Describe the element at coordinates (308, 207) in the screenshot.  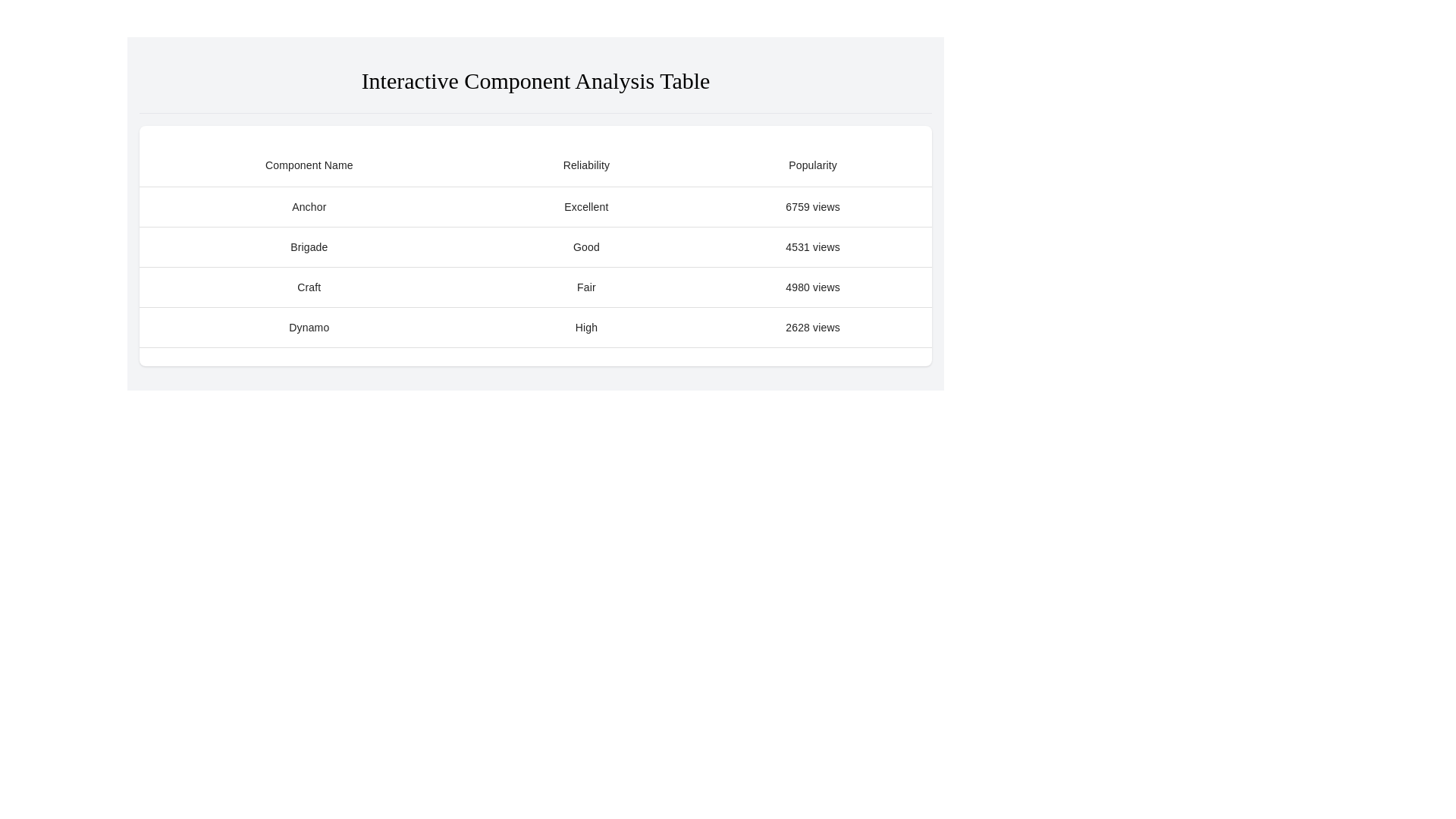
I see `the first table cell displaying the text 'AnchorExcellent6759 views' in the top row of the table` at that location.